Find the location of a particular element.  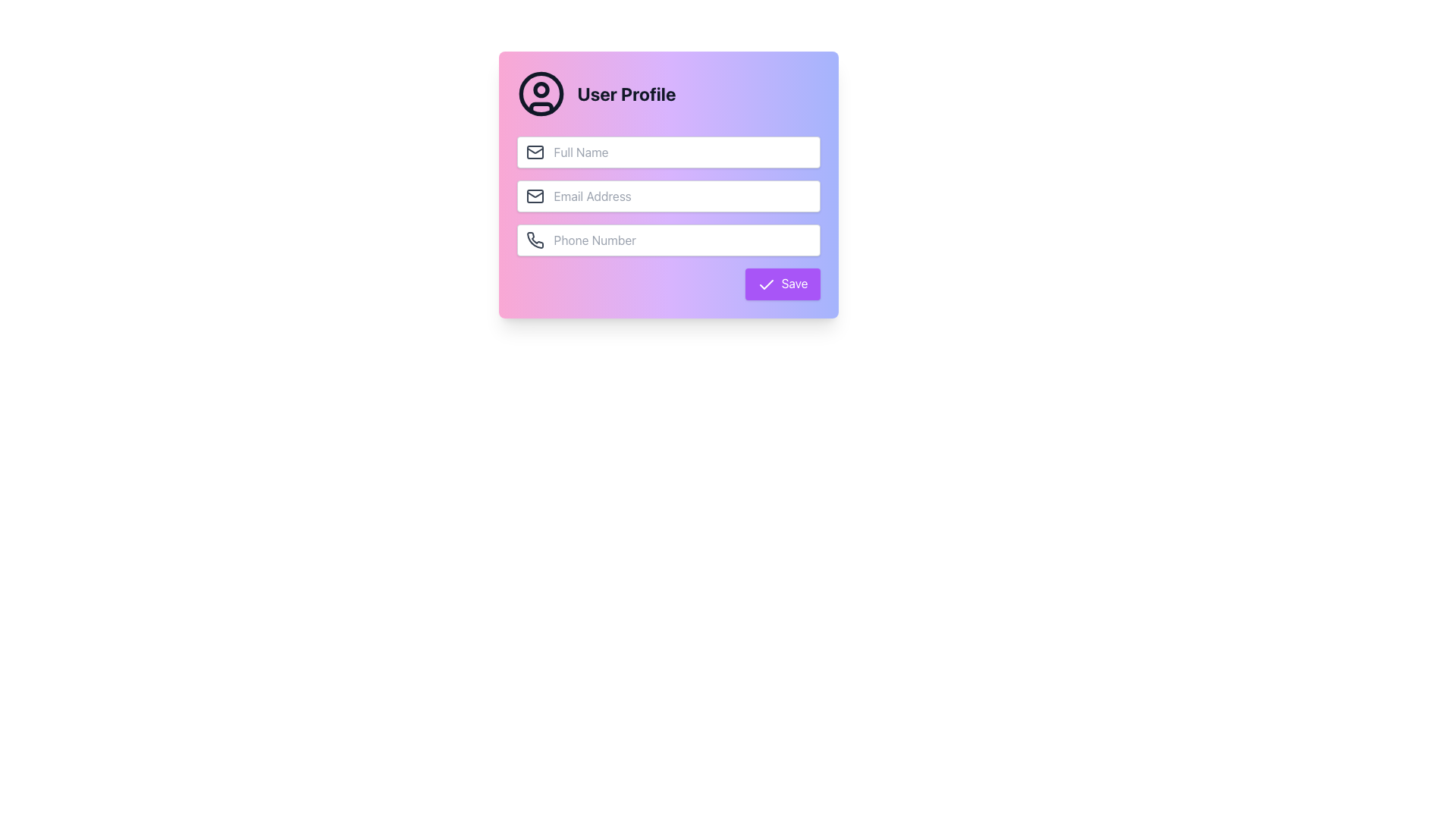

the email input field, which is the second input field below the 'Full Name' field and above the 'Phone Number' field, to focus on it is located at coordinates (667, 195).